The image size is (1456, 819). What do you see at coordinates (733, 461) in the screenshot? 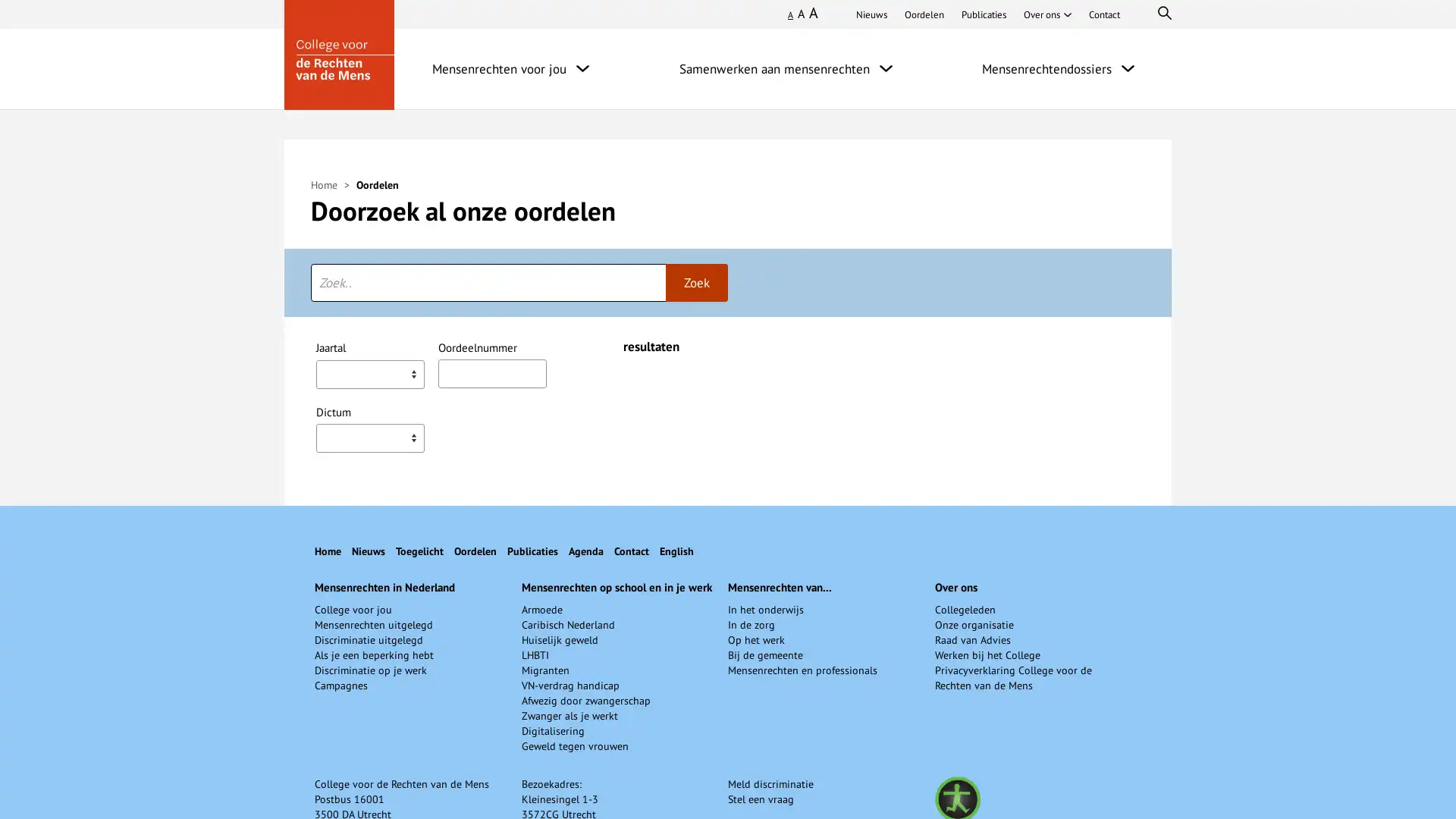
I see `Seksuele intimidatie,` at bounding box center [733, 461].